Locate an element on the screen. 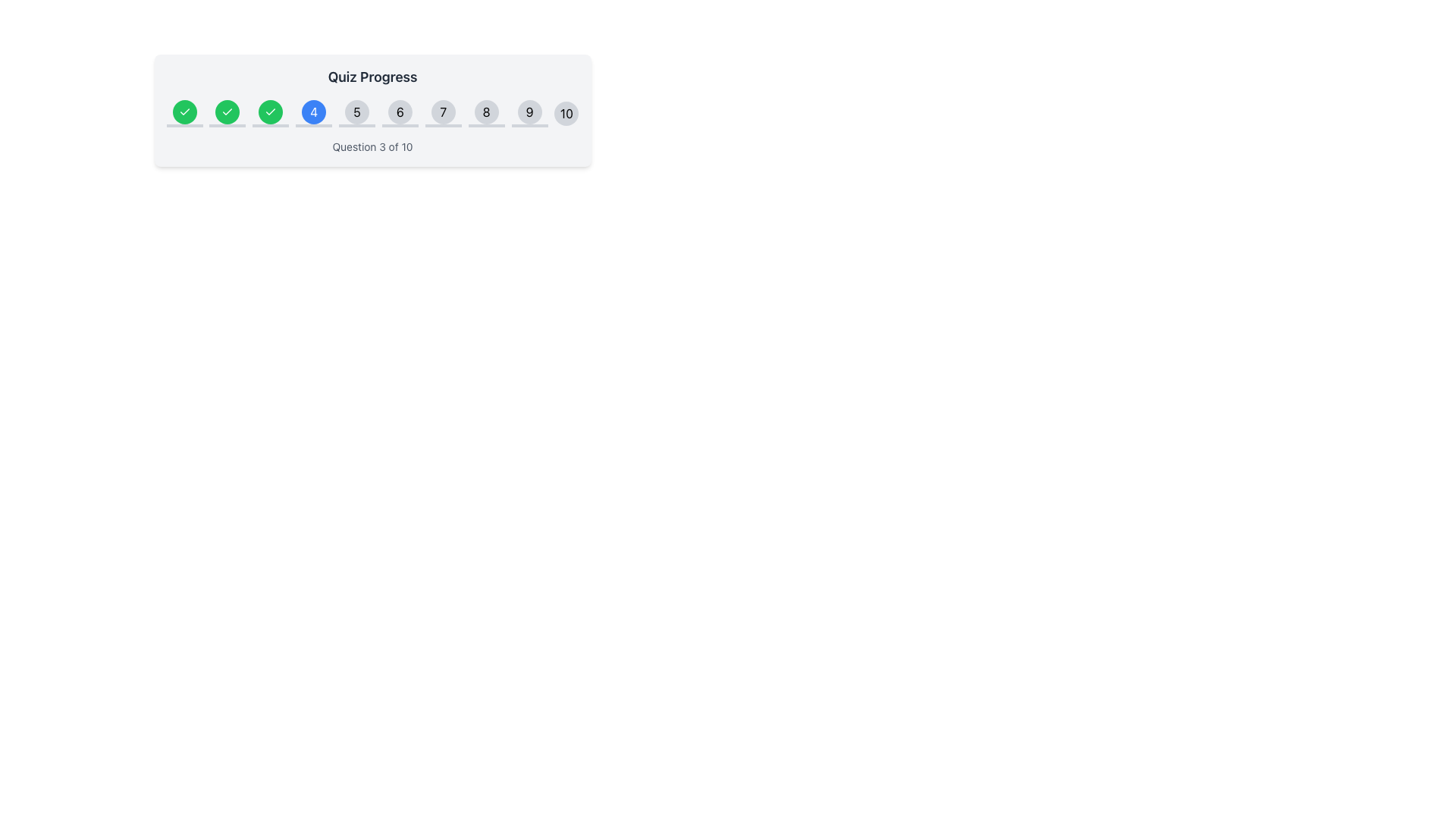 This screenshot has width=1456, height=819. the gray circular button containing the number '7' is located at coordinates (442, 113).